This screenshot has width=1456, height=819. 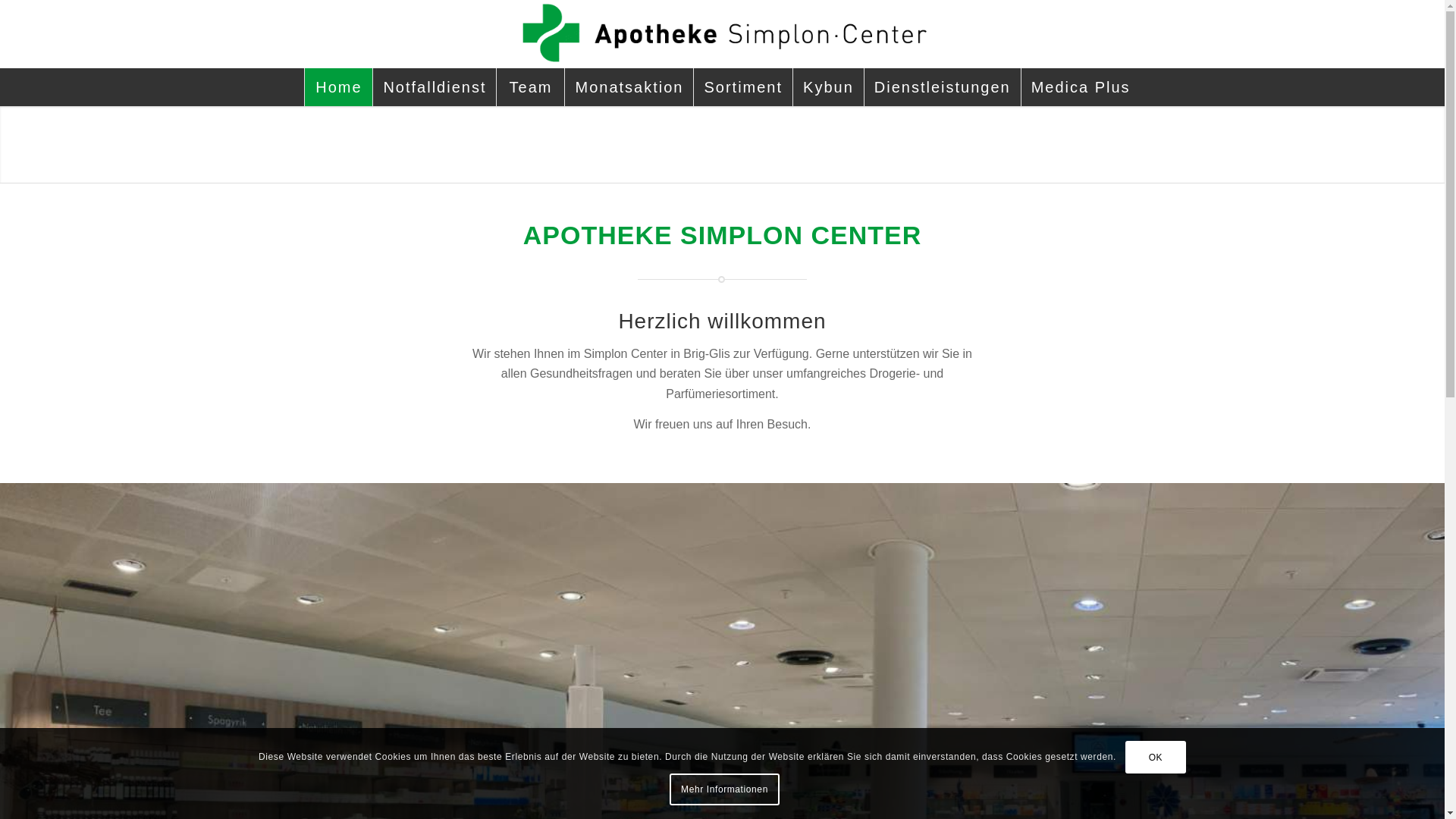 What do you see at coordinates (720, 34) in the screenshot?
I see `'logo'` at bounding box center [720, 34].